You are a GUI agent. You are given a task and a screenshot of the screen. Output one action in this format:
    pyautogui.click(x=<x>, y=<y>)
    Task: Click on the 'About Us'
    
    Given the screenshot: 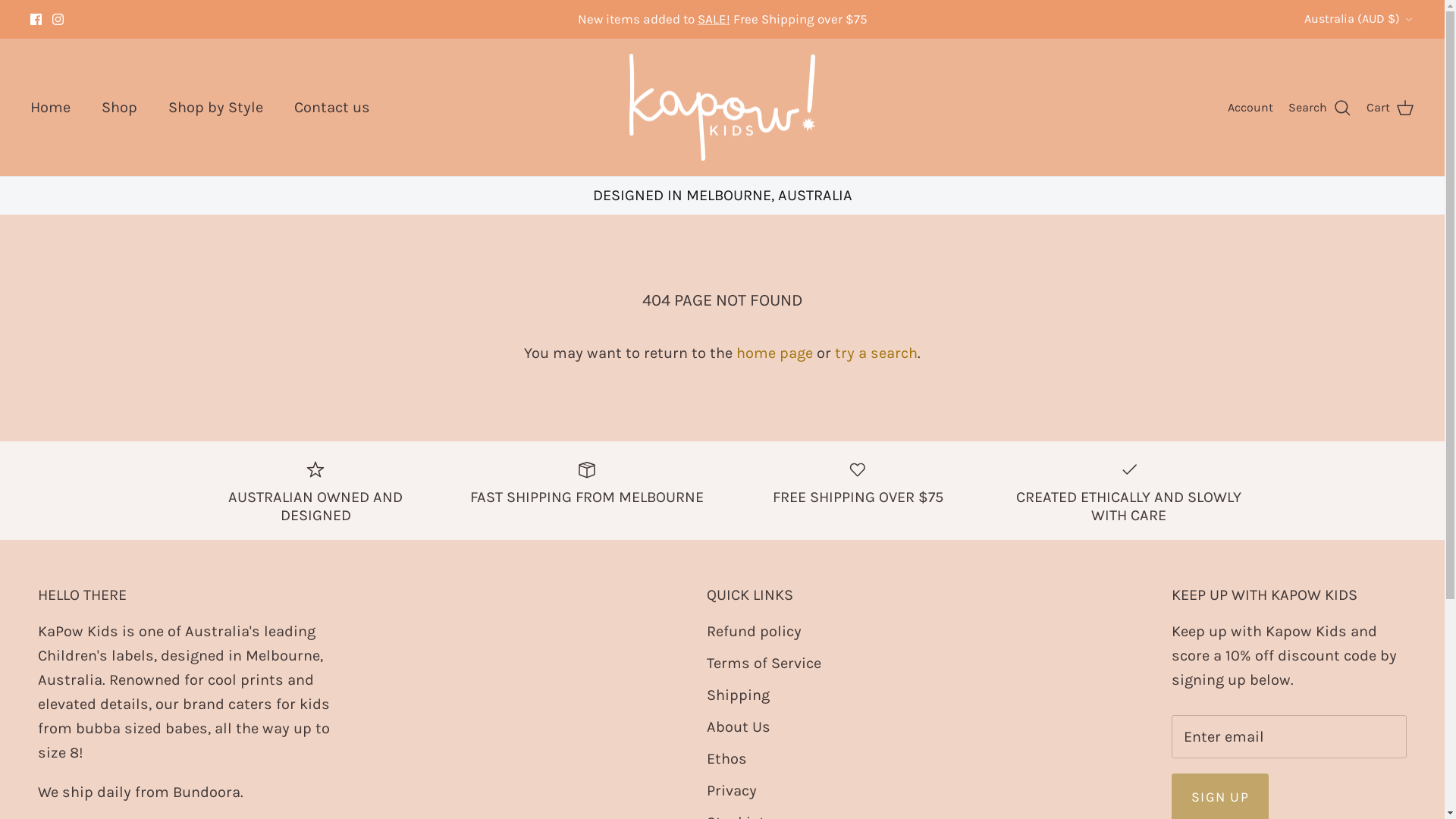 What is the action you would take?
    pyautogui.click(x=739, y=726)
    